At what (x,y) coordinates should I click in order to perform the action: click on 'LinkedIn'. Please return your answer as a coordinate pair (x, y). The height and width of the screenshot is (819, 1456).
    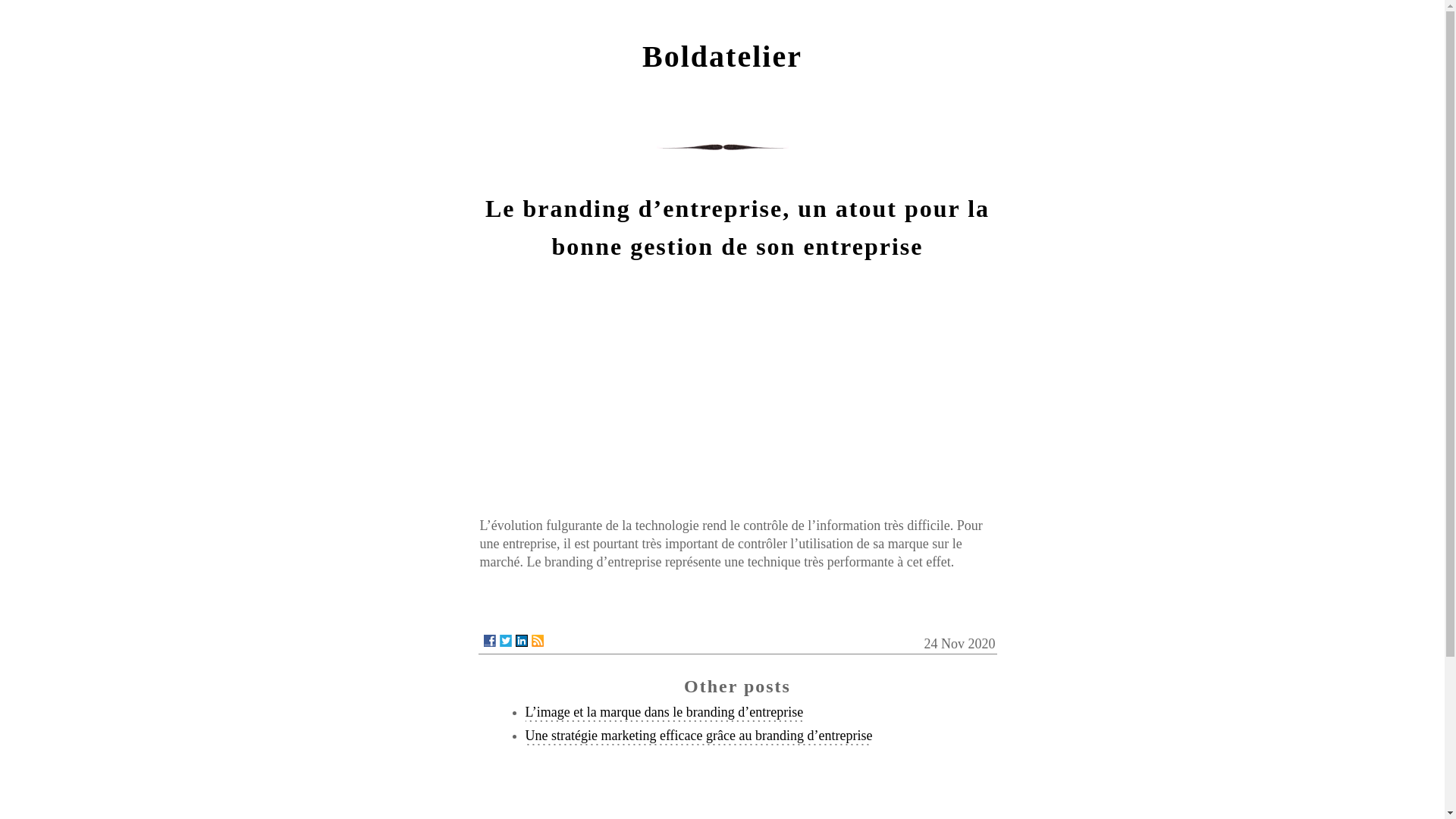
    Looking at the image, I should click on (521, 640).